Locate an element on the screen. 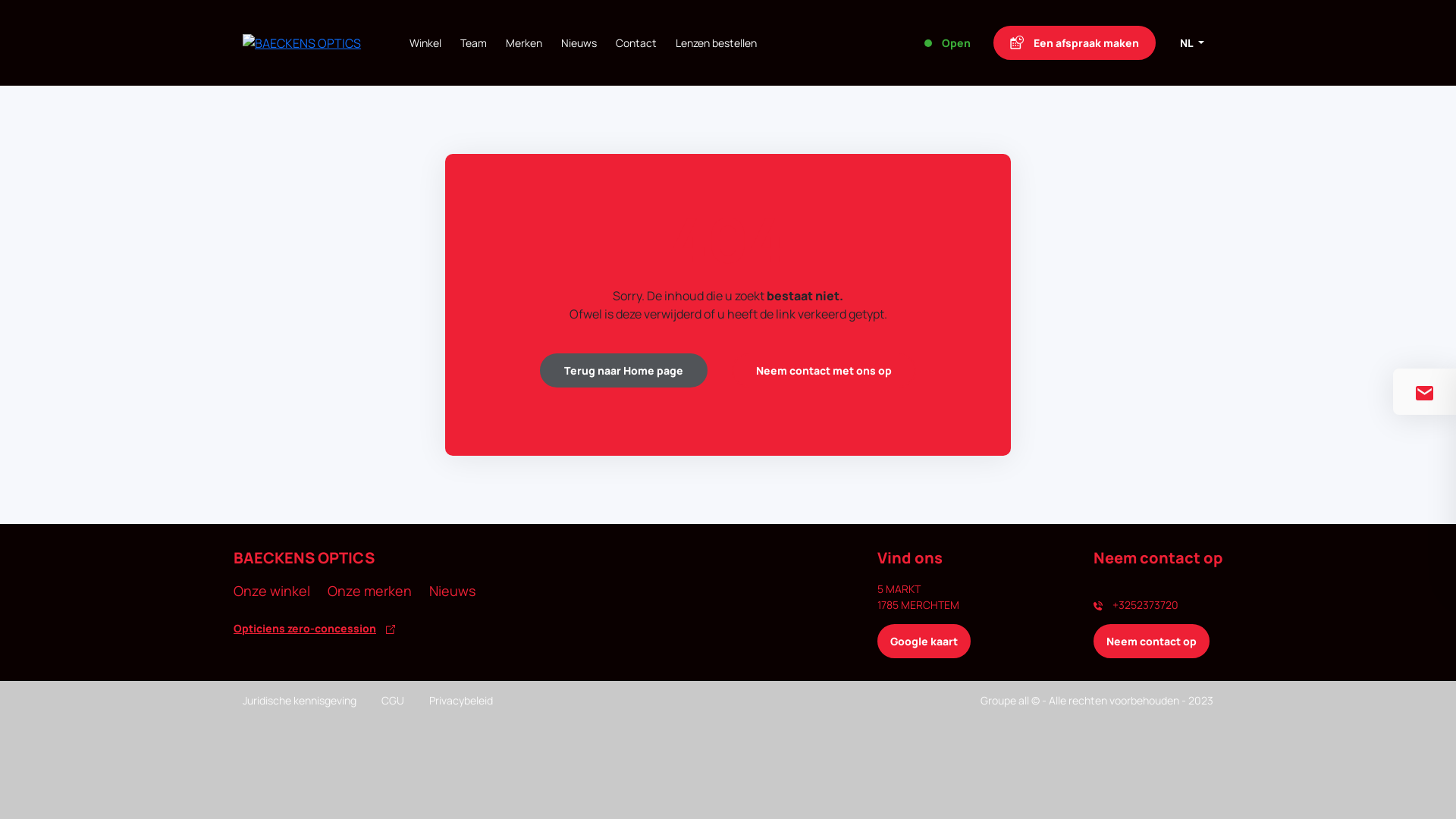 The width and height of the screenshot is (1456, 819). 'Lenzen bestellen' is located at coordinates (675, 42).